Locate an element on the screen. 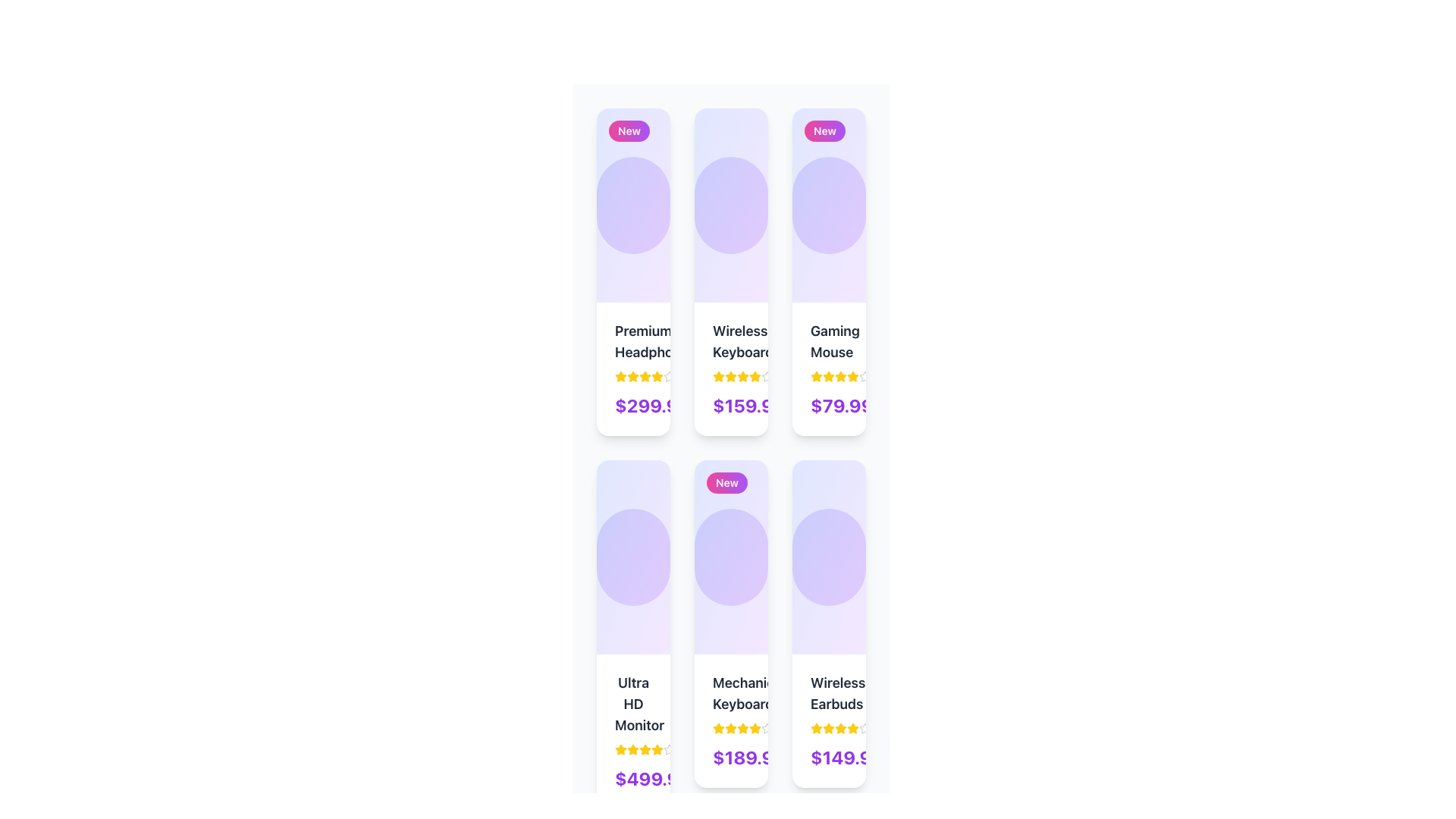 The image size is (1456, 819). the third yellow star icon in the rating system for 'Gaming Mouse', which indicates an active rating state is located at coordinates (828, 376).